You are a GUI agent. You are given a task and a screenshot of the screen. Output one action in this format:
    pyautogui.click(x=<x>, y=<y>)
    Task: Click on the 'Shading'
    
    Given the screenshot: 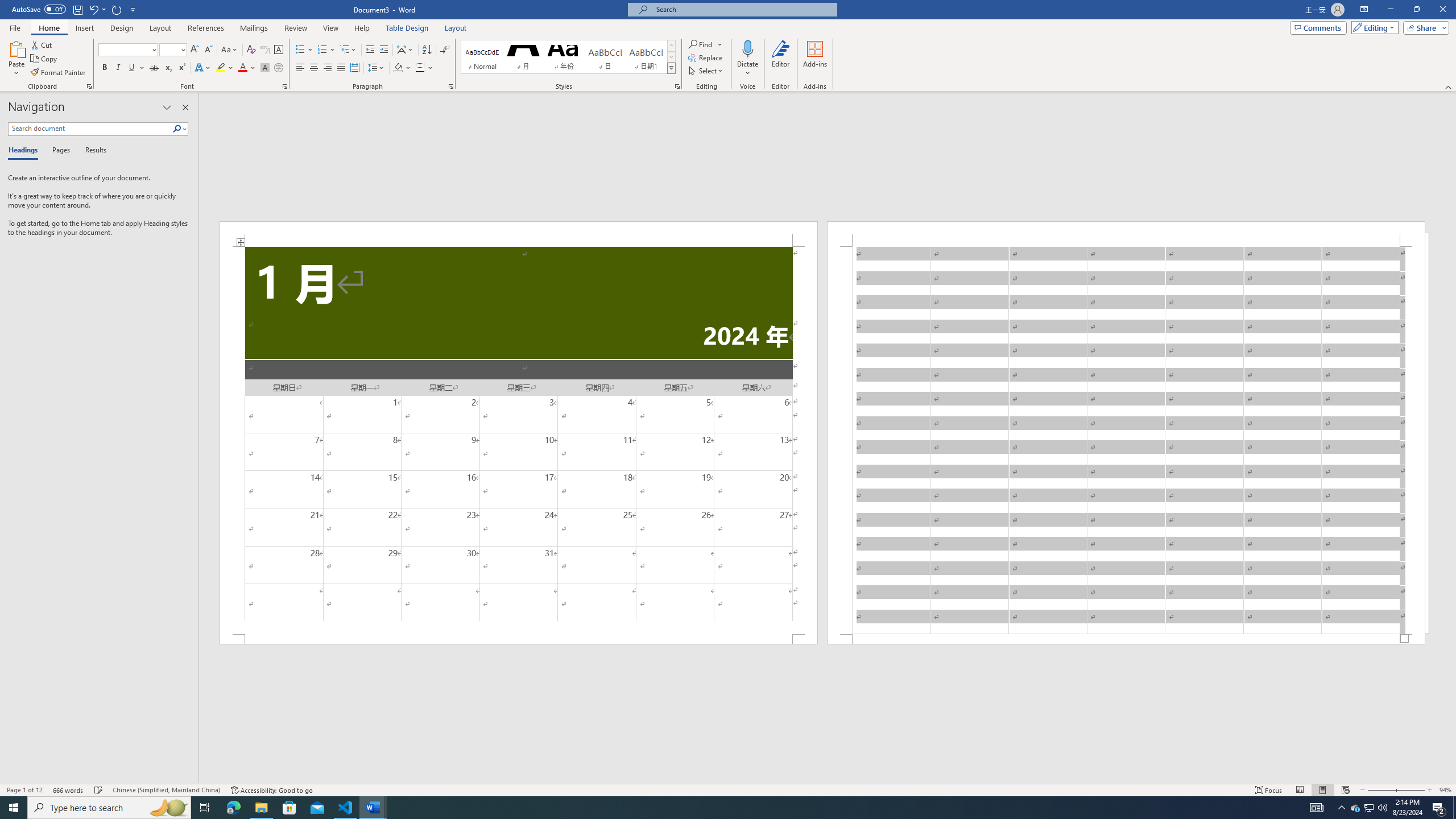 What is the action you would take?
    pyautogui.click(x=402, y=67)
    